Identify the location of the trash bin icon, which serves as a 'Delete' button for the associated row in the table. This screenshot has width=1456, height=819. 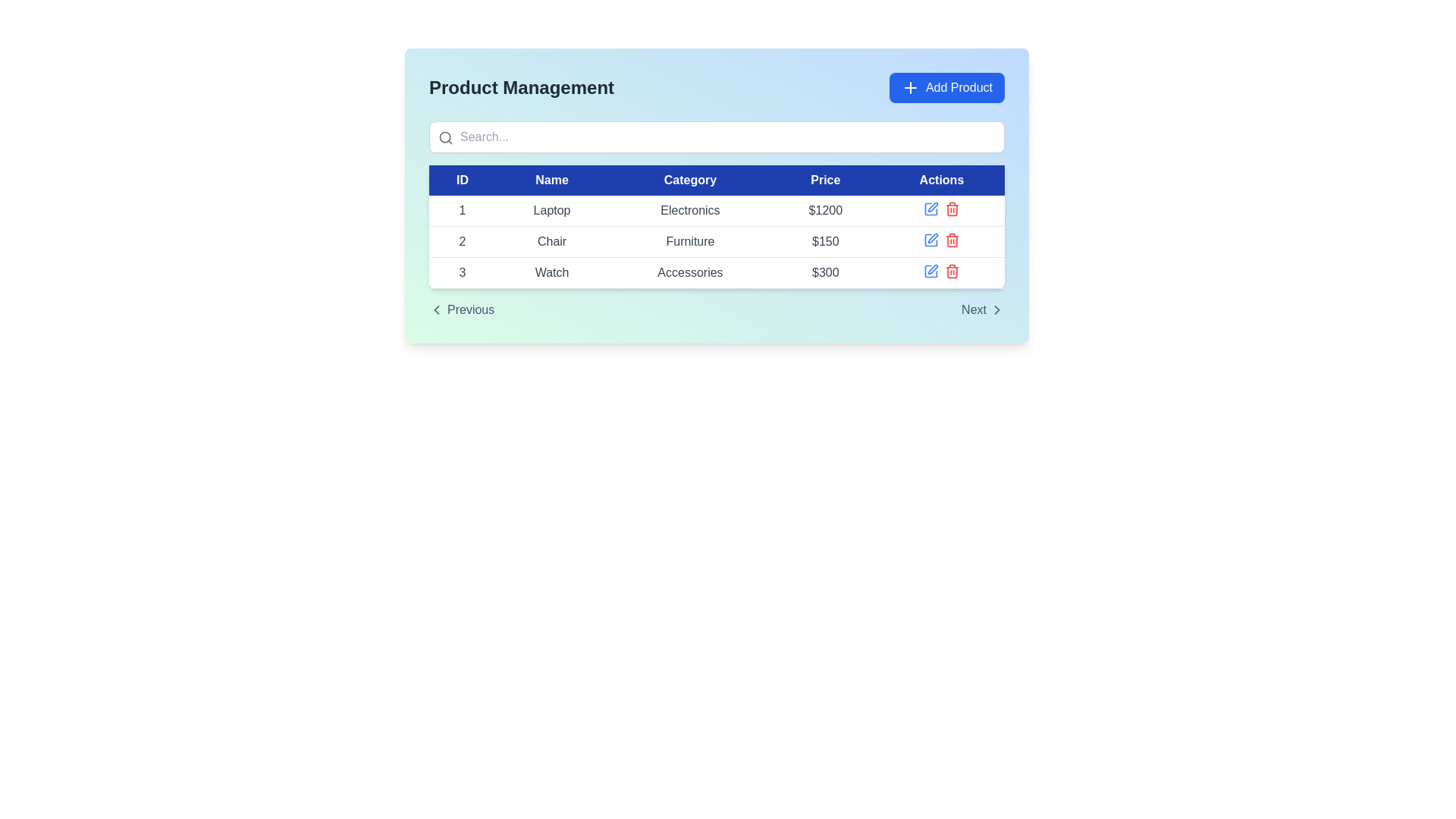
(951, 239).